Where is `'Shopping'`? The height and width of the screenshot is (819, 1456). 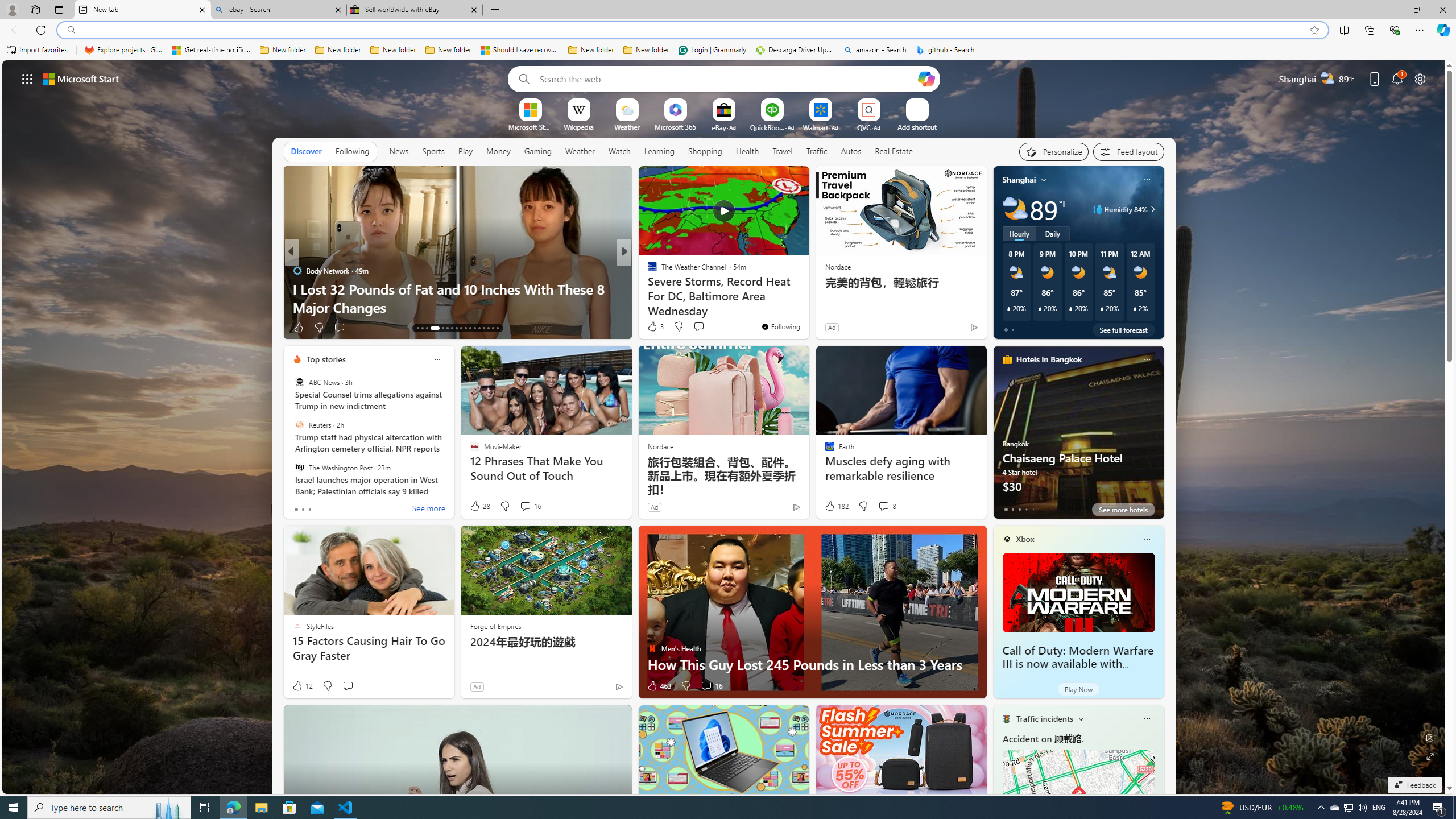 'Shopping' is located at coordinates (705, 151).